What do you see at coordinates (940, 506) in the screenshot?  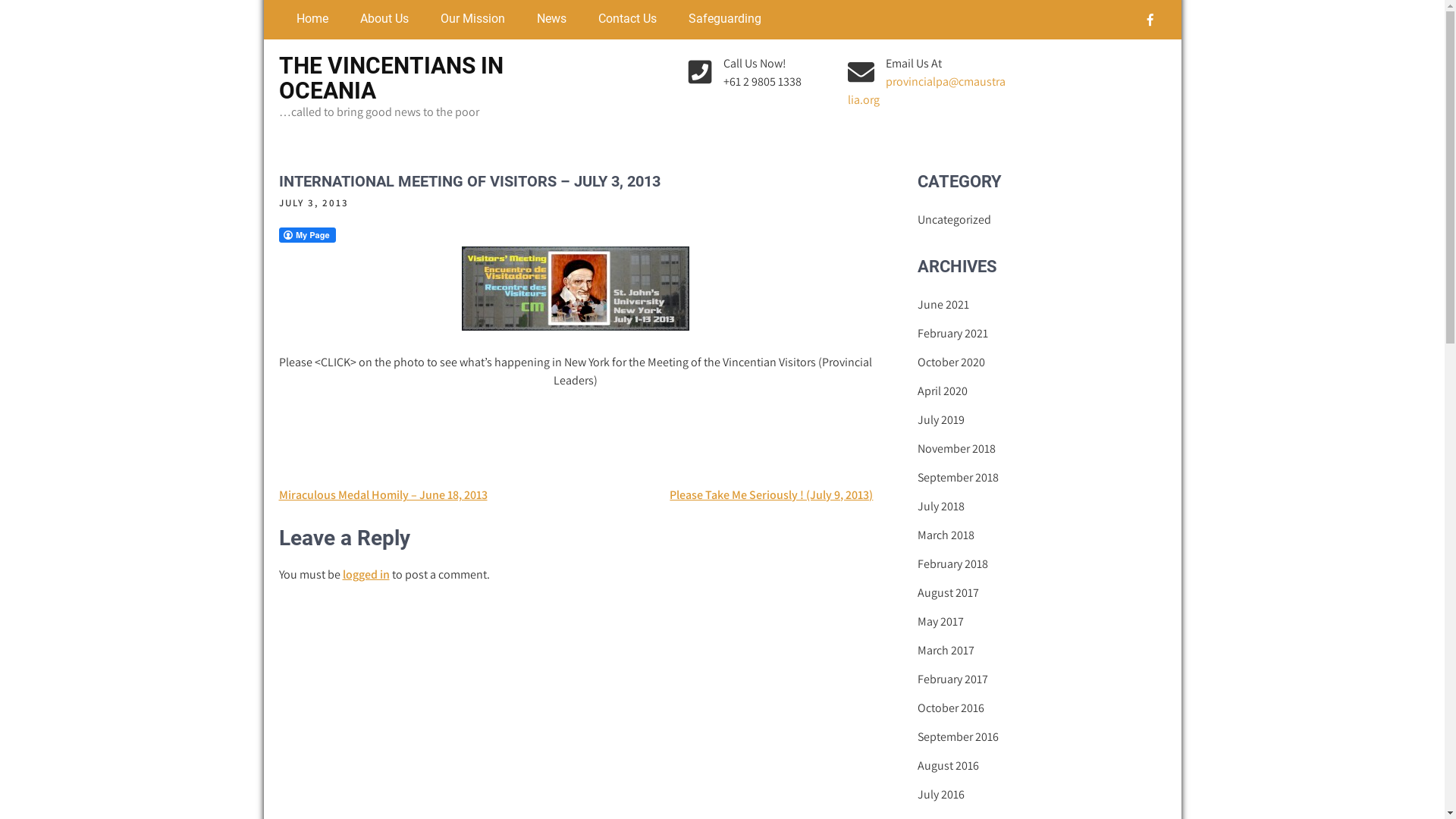 I see `'July 2018'` at bounding box center [940, 506].